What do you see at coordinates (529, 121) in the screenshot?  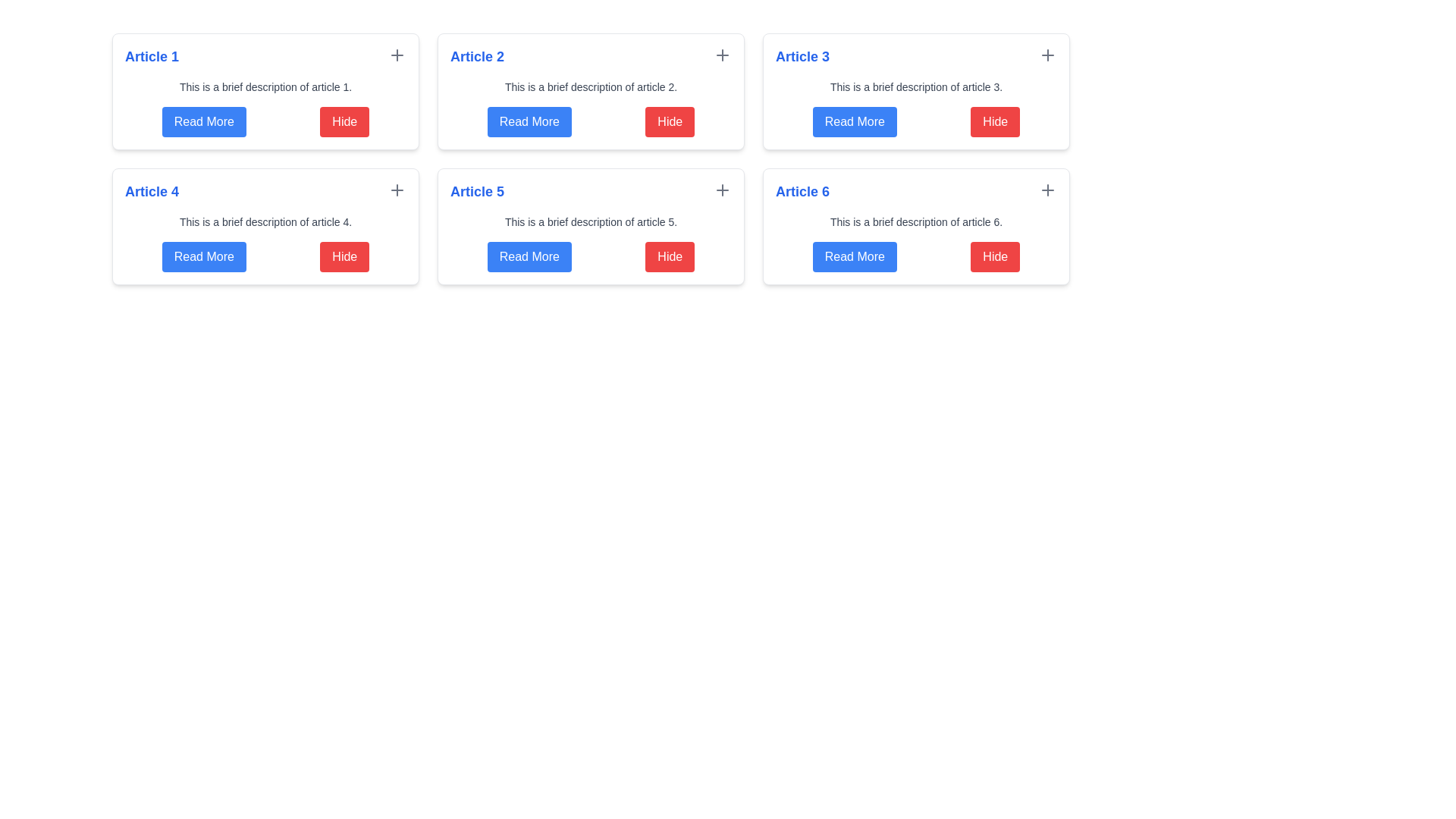 I see `the 'Read More' button with a blue background and white text, located in the card titled 'Article 2'` at bounding box center [529, 121].